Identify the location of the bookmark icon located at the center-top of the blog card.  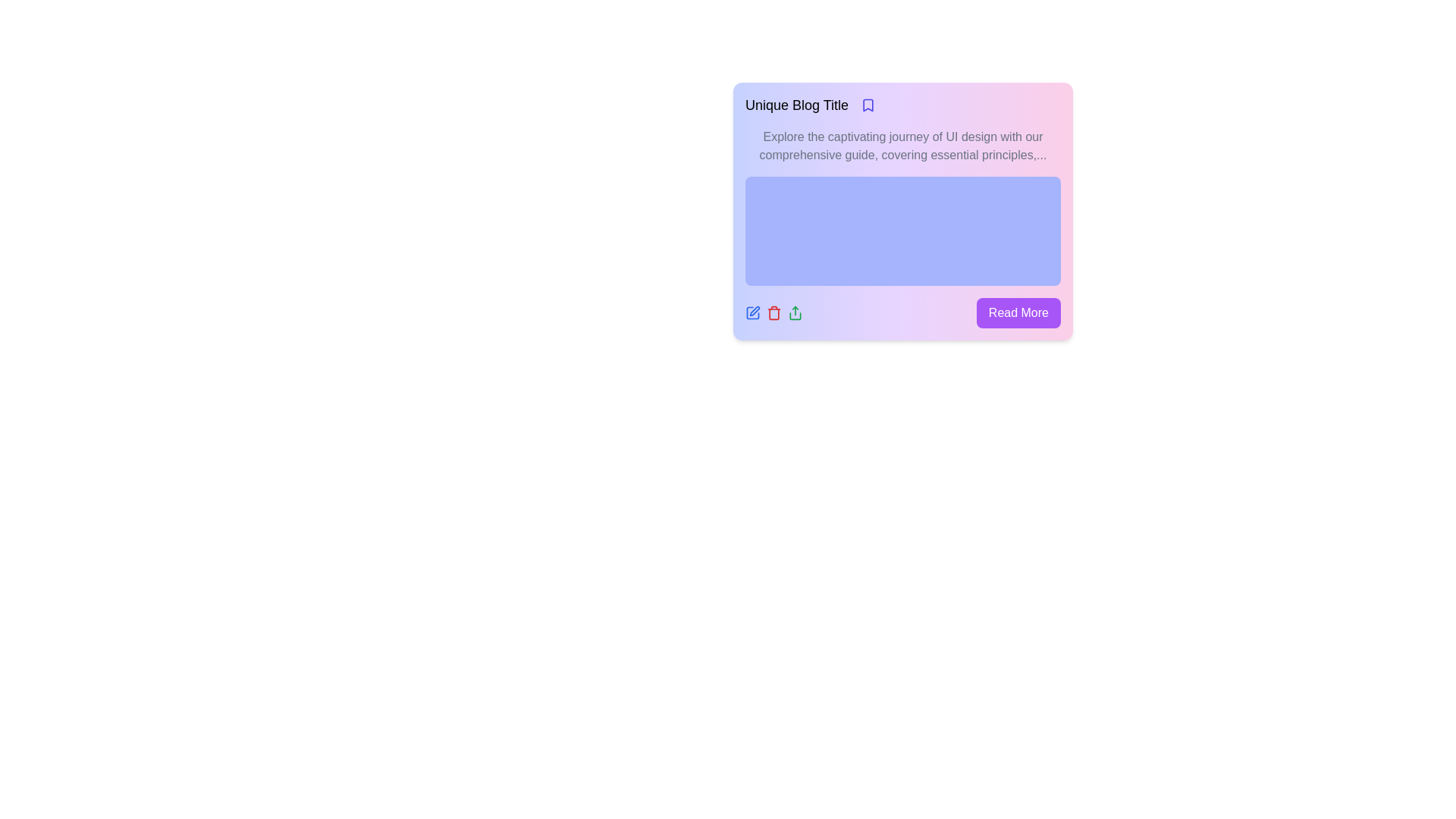
(868, 104).